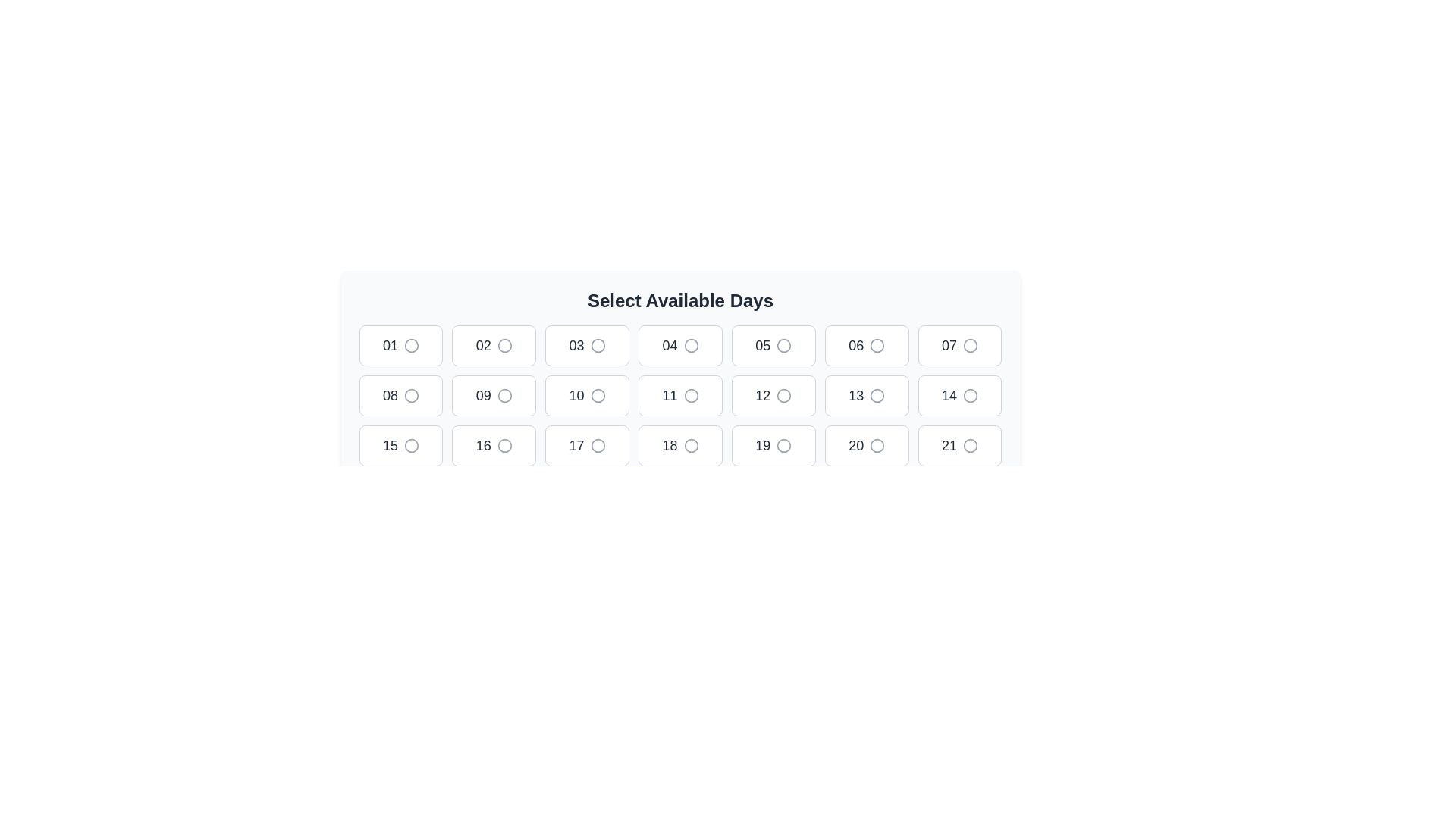  What do you see at coordinates (504, 444) in the screenshot?
I see `the radio button styled as a small circular icon with a gray outline, positioned next to the number '16'` at bounding box center [504, 444].